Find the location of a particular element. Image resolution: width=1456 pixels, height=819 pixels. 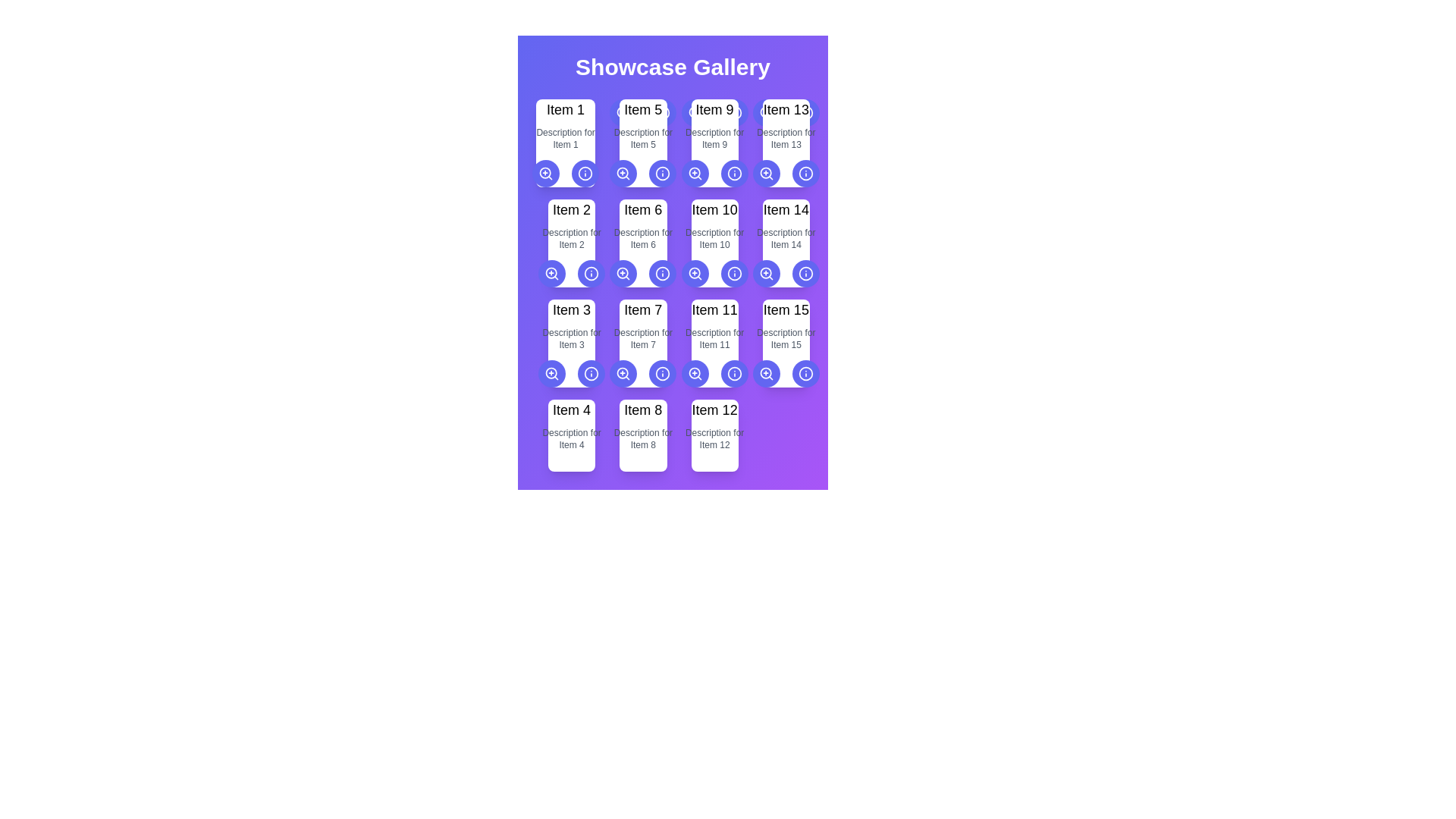

the circular graphical boundary of the information icon located in the top-right corner of the card labeled 'Item 13' is located at coordinates (805, 112).